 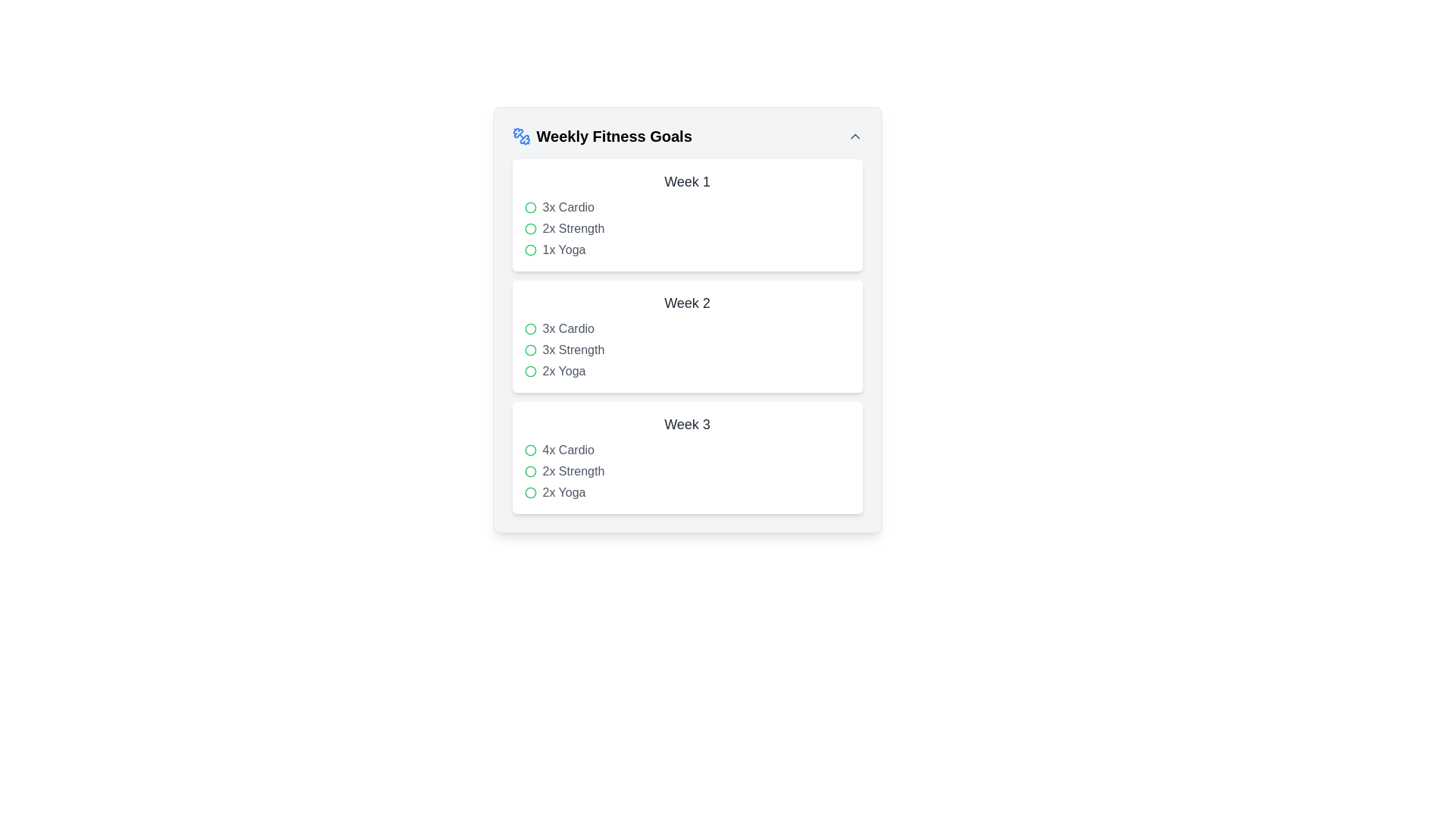 What do you see at coordinates (530, 350) in the screenshot?
I see `the circular indicator with a green border located in the second section under 'Weekly Fitness Goals', to the left of the text '3x Strength'` at bounding box center [530, 350].